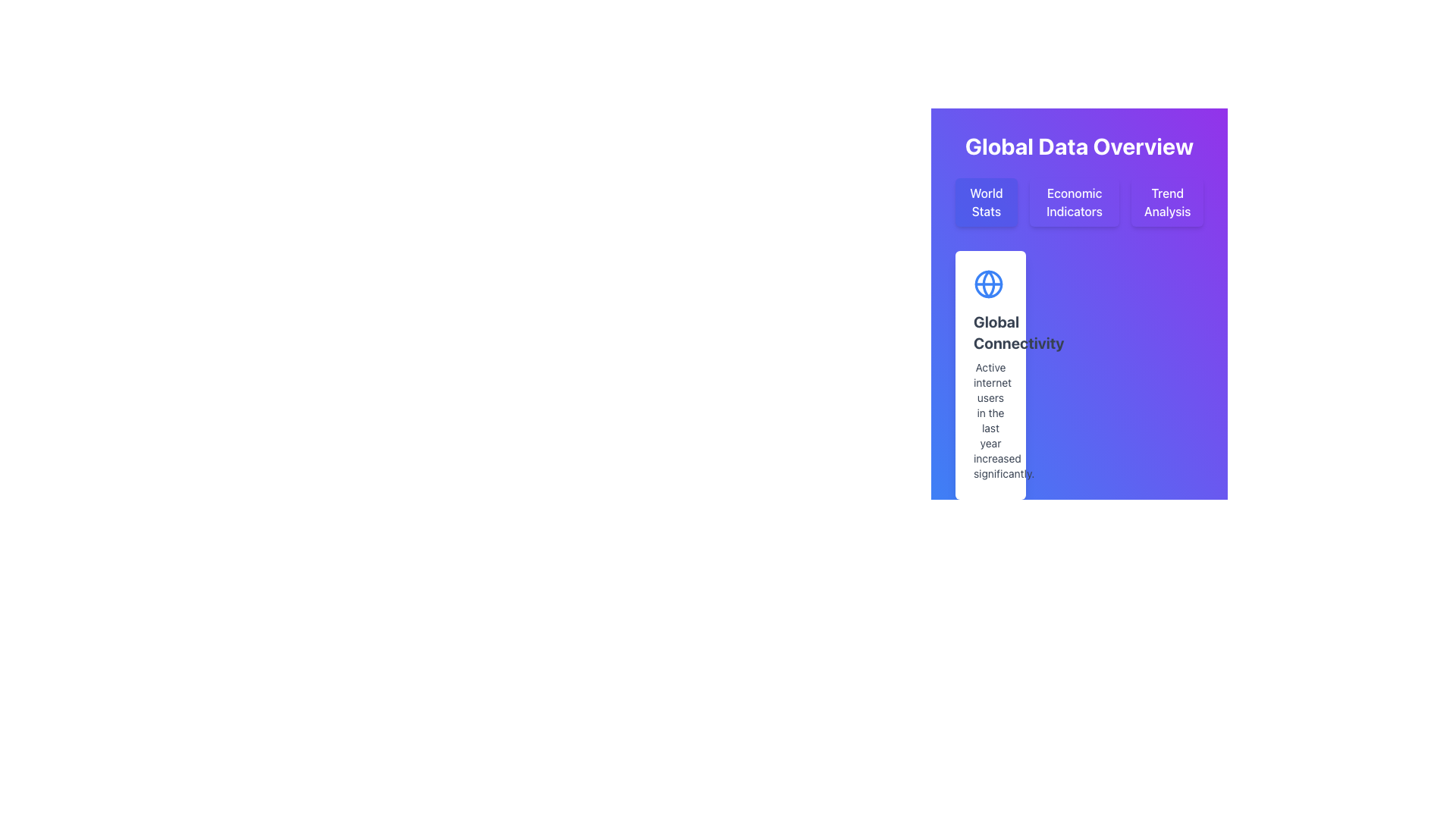 This screenshot has width=1456, height=819. What do you see at coordinates (989, 284) in the screenshot?
I see `the central SVG circle graphic within the globe icon, which is located inside a white card below the 'Global Data Overview' text and associated with 'Global Connectivity'` at bounding box center [989, 284].